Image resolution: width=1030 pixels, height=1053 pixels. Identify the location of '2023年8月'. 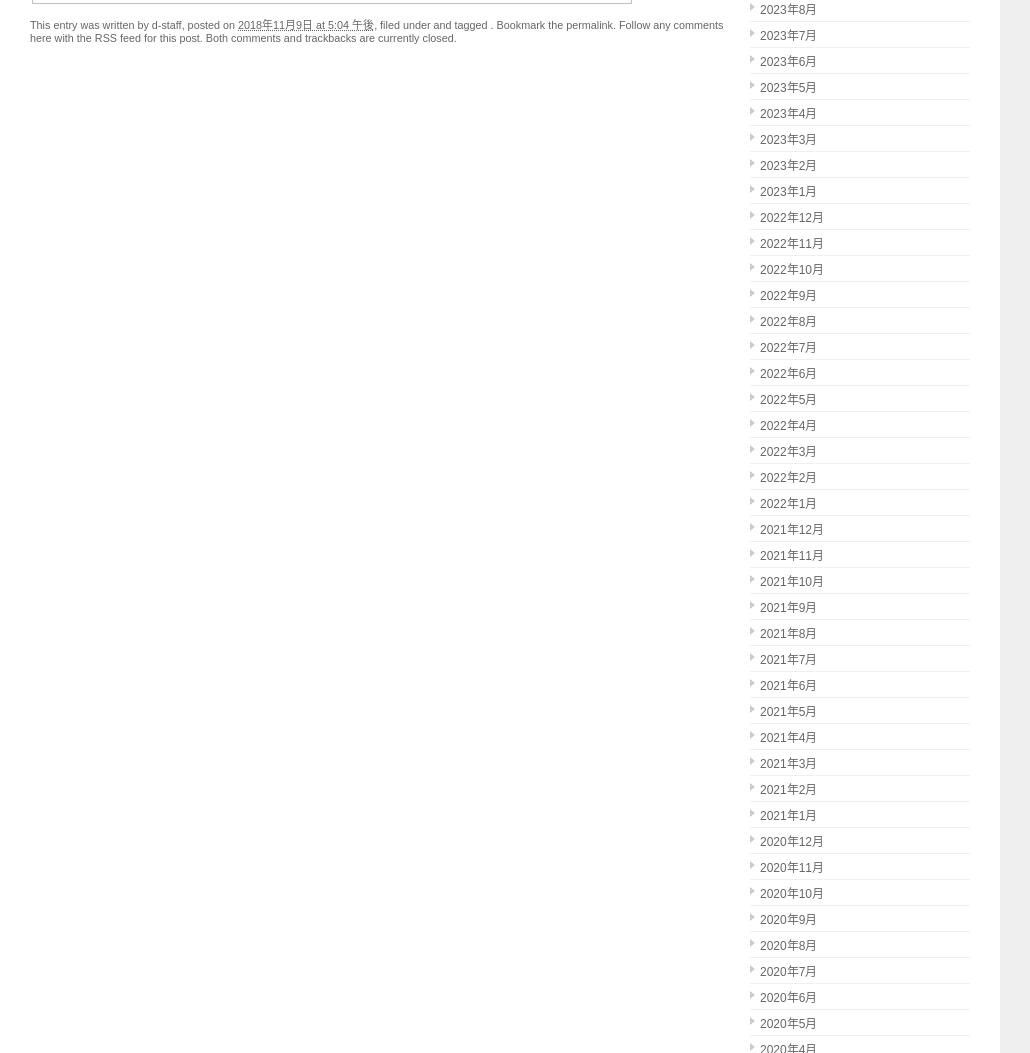
(787, 10).